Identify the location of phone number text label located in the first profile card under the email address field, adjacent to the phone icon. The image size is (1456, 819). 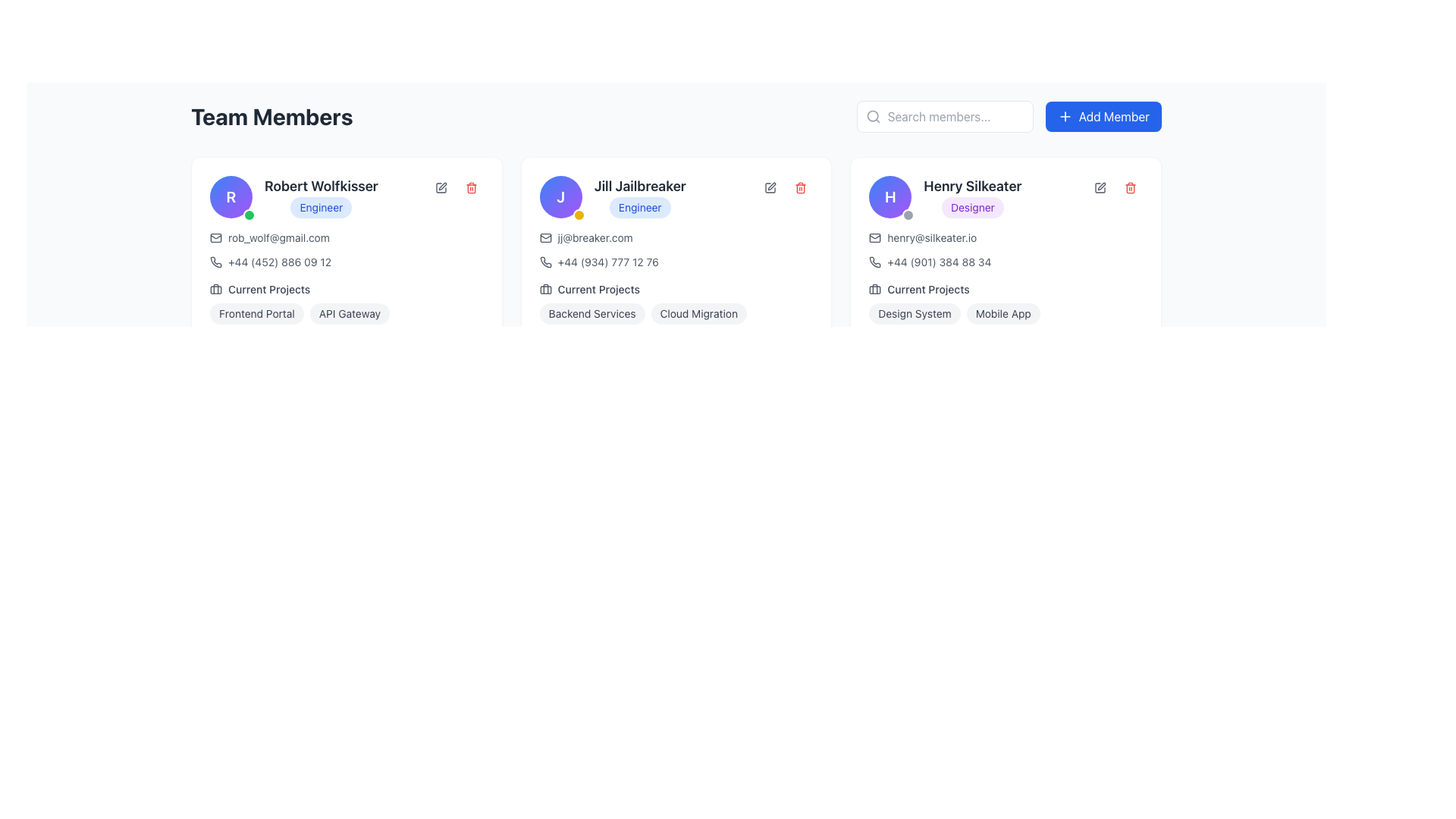
(280, 262).